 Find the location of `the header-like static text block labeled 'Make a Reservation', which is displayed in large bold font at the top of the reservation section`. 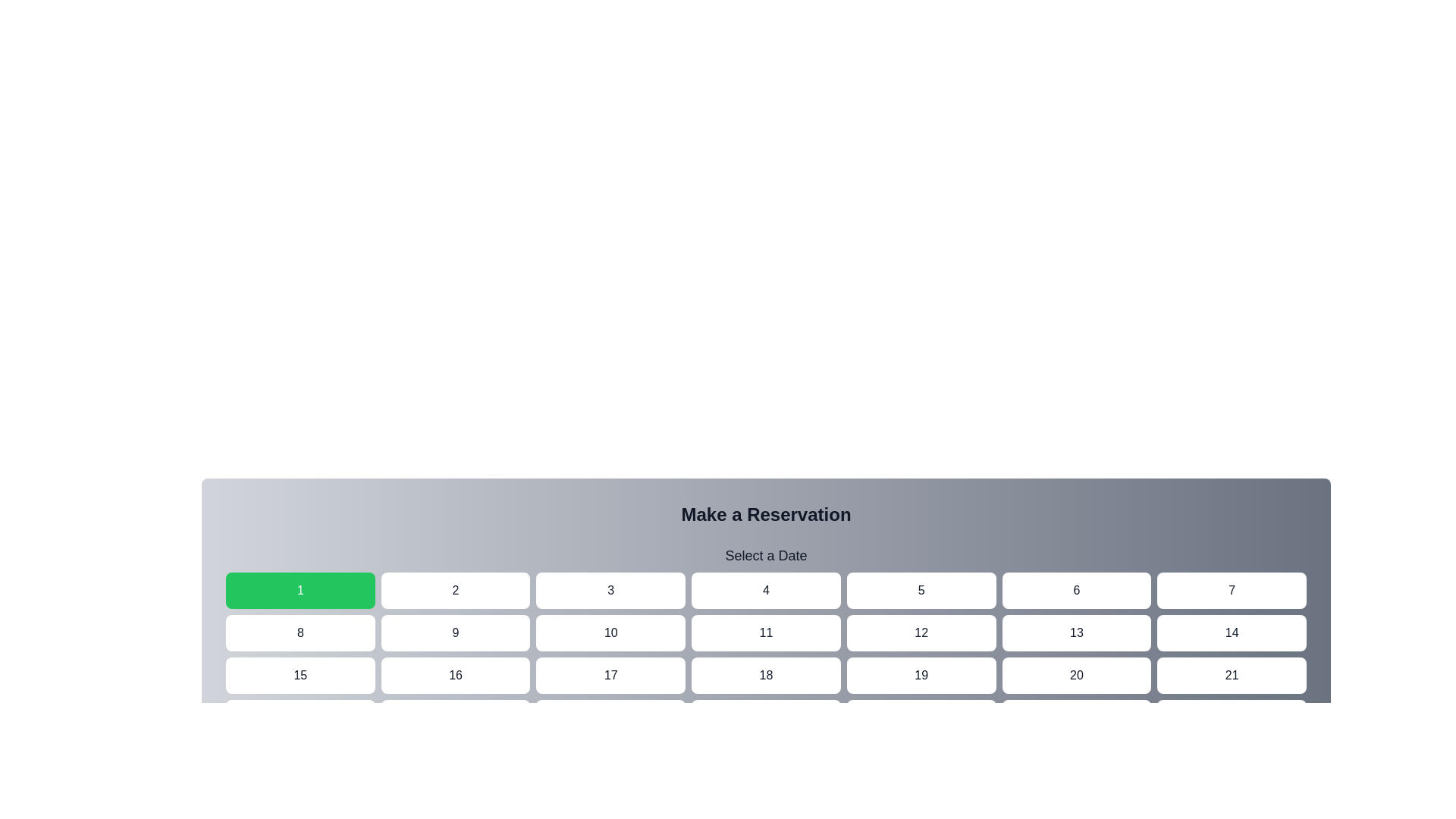

the header-like static text block labeled 'Make a Reservation', which is displayed in large bold font at the top of the reservation section is located at coordinates (766, 513).